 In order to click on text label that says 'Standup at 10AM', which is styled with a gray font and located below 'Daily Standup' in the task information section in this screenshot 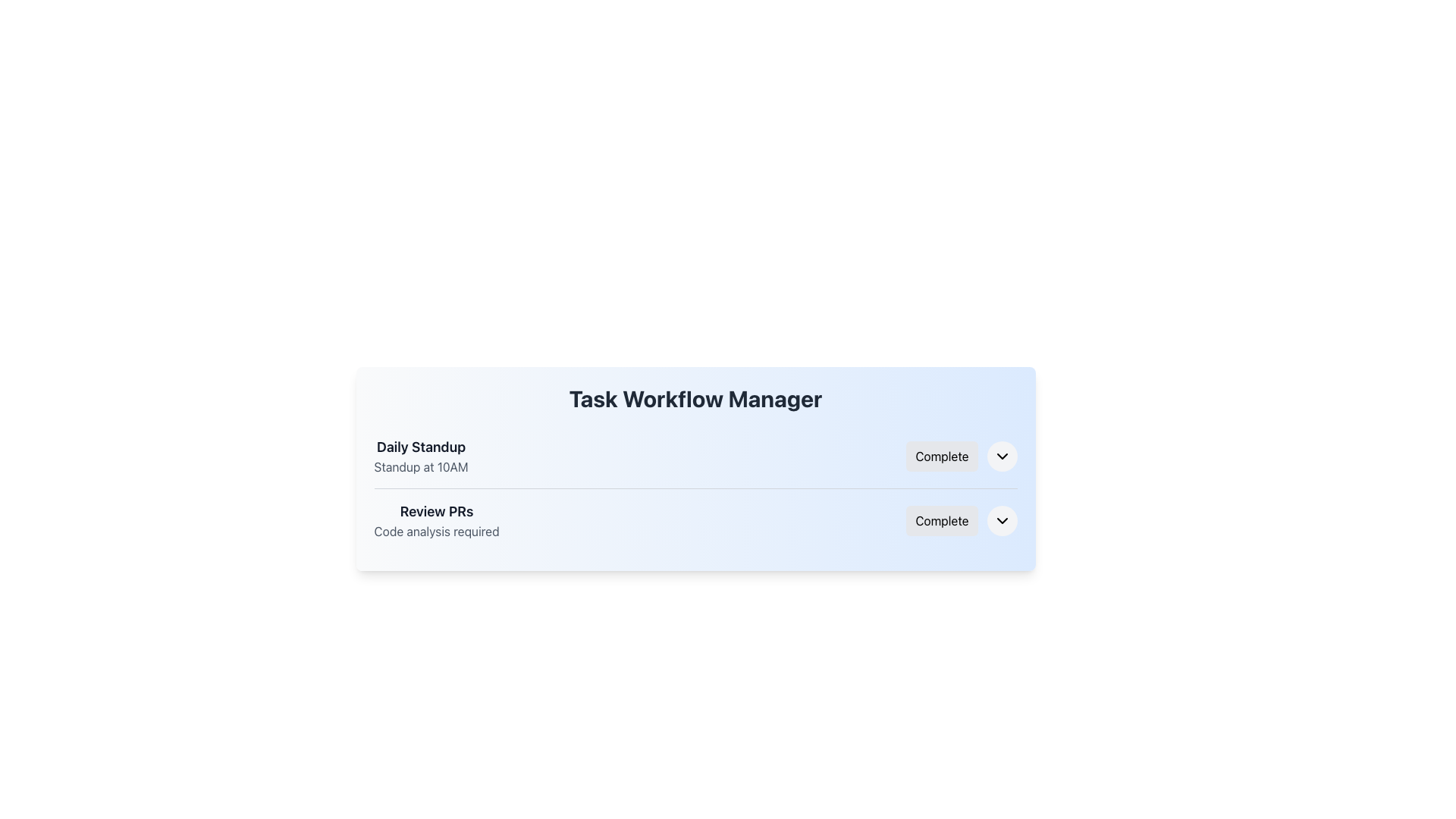, I will do `click(421, 466)`.